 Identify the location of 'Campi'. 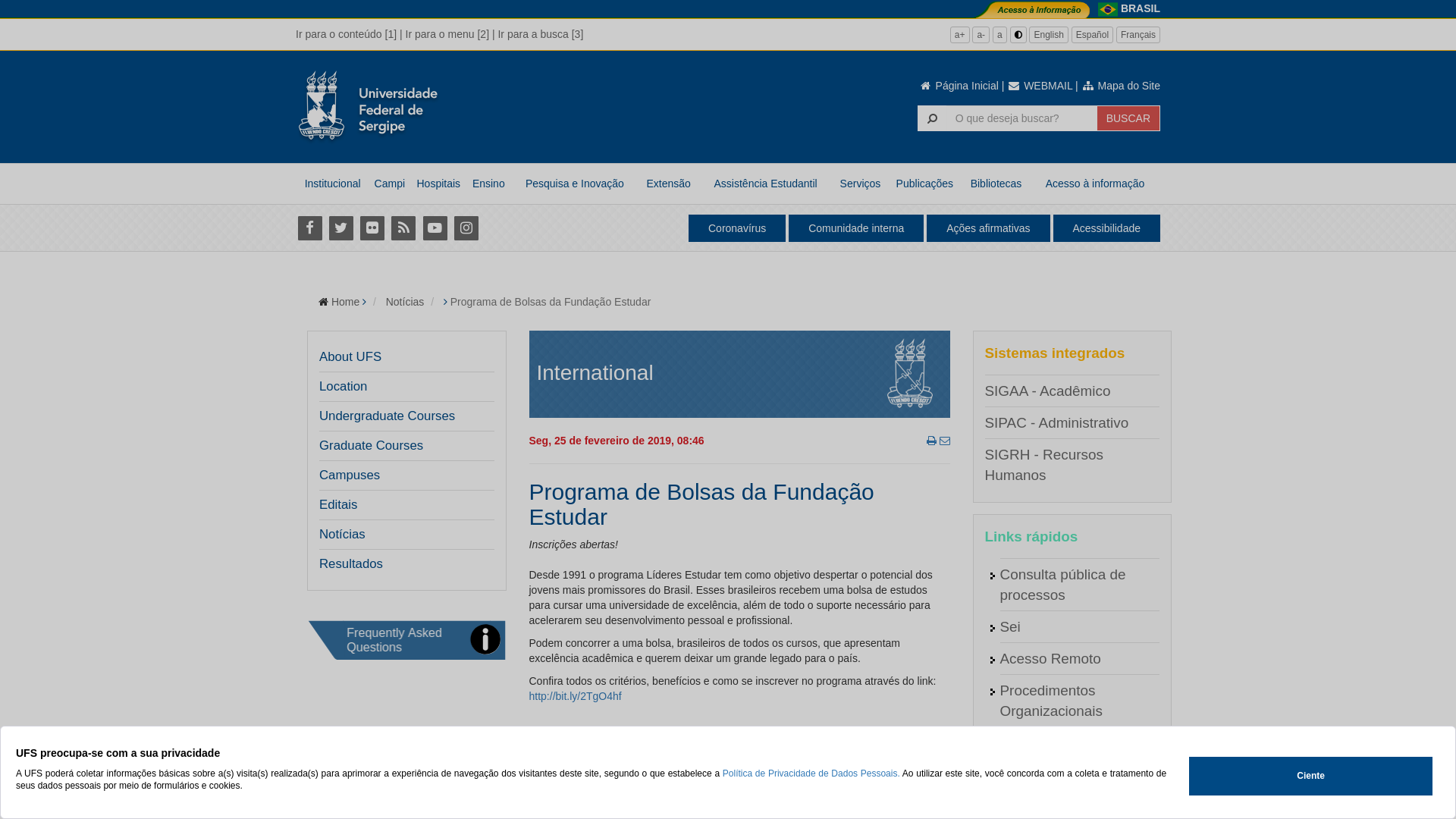
(389, 183).